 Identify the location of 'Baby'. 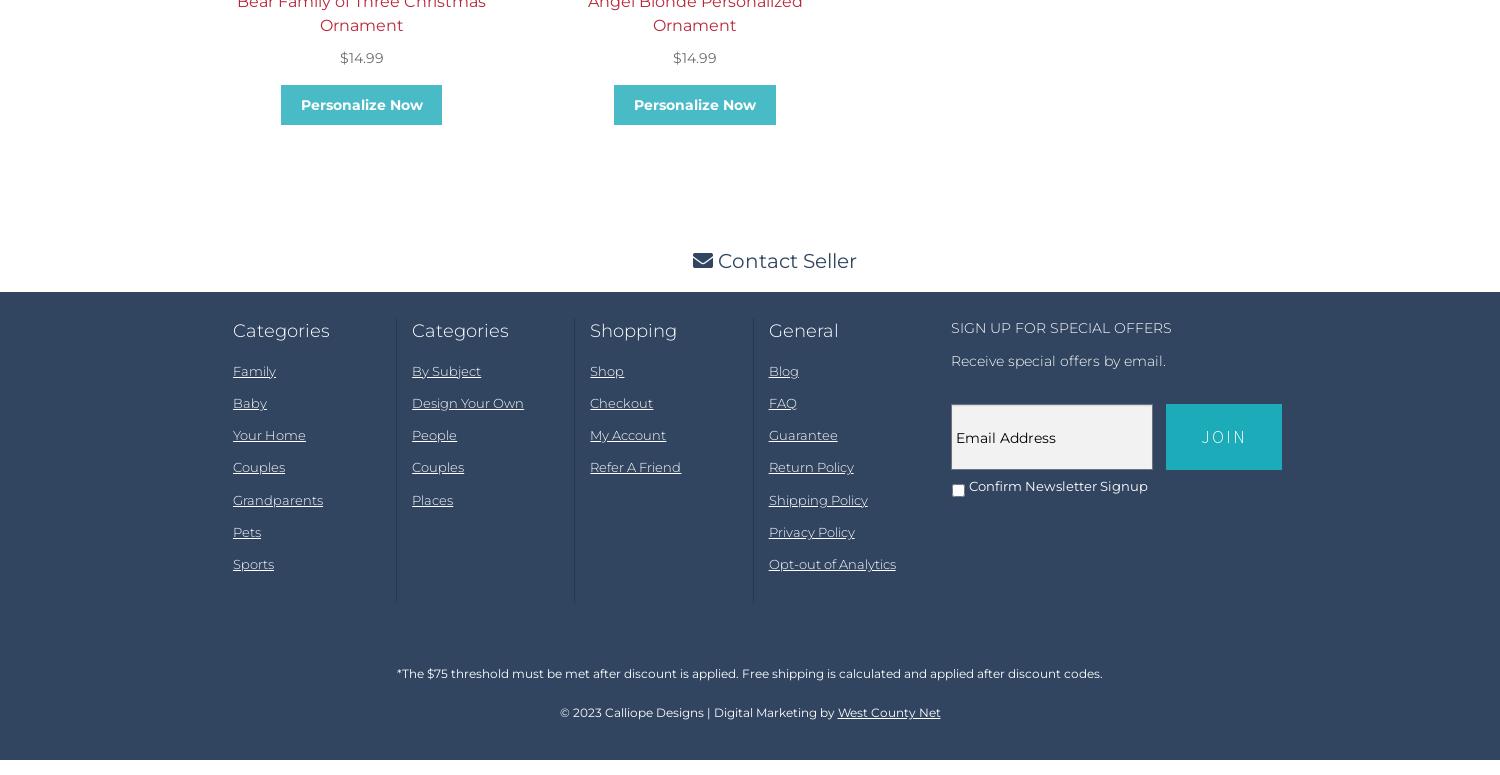
(250, 417).